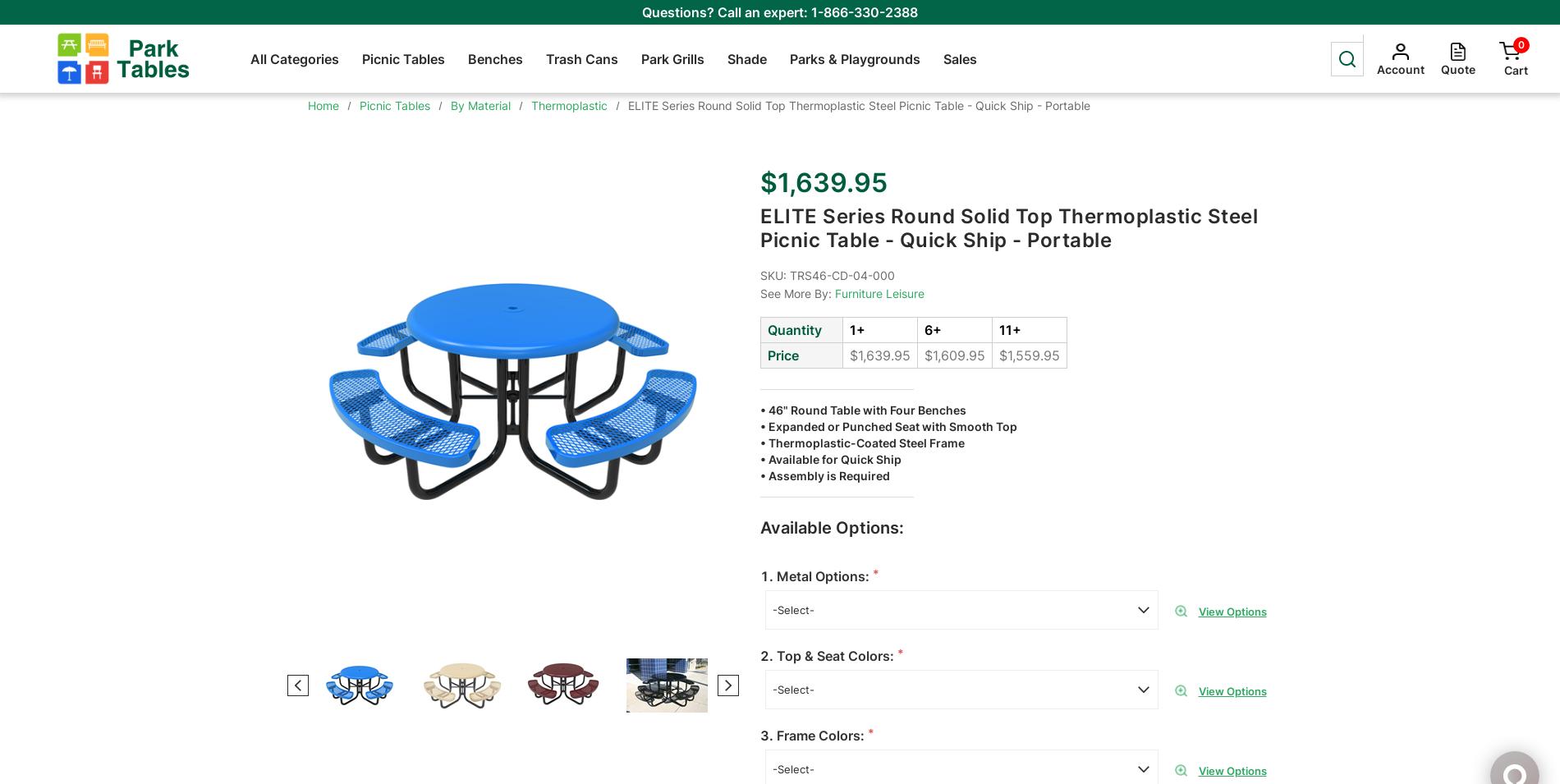  What do you see at coordinates (641, 11) in the screenshot?
I see `'Questions? Call an expert:'` at bounding box center [641, 11].